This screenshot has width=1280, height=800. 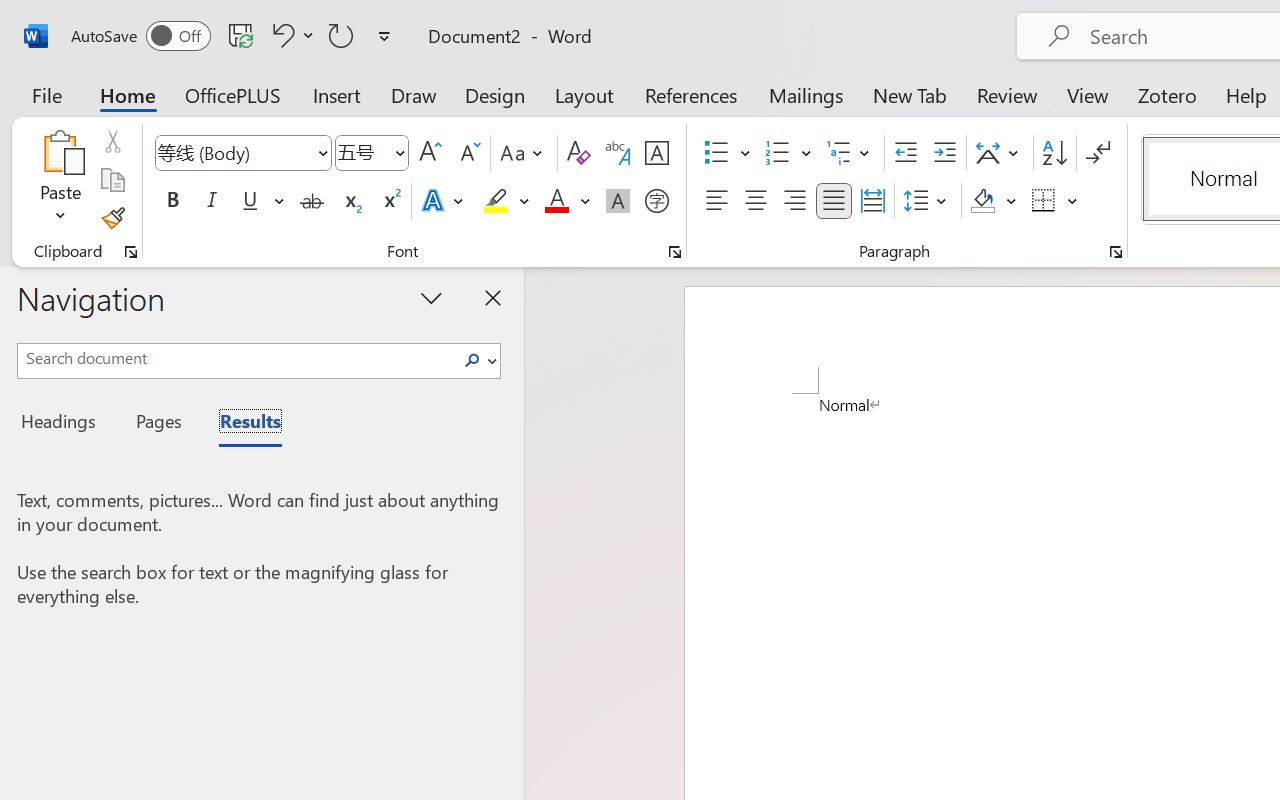 I want to click on 'Text Highlight Color', so click(x=506, y=201).